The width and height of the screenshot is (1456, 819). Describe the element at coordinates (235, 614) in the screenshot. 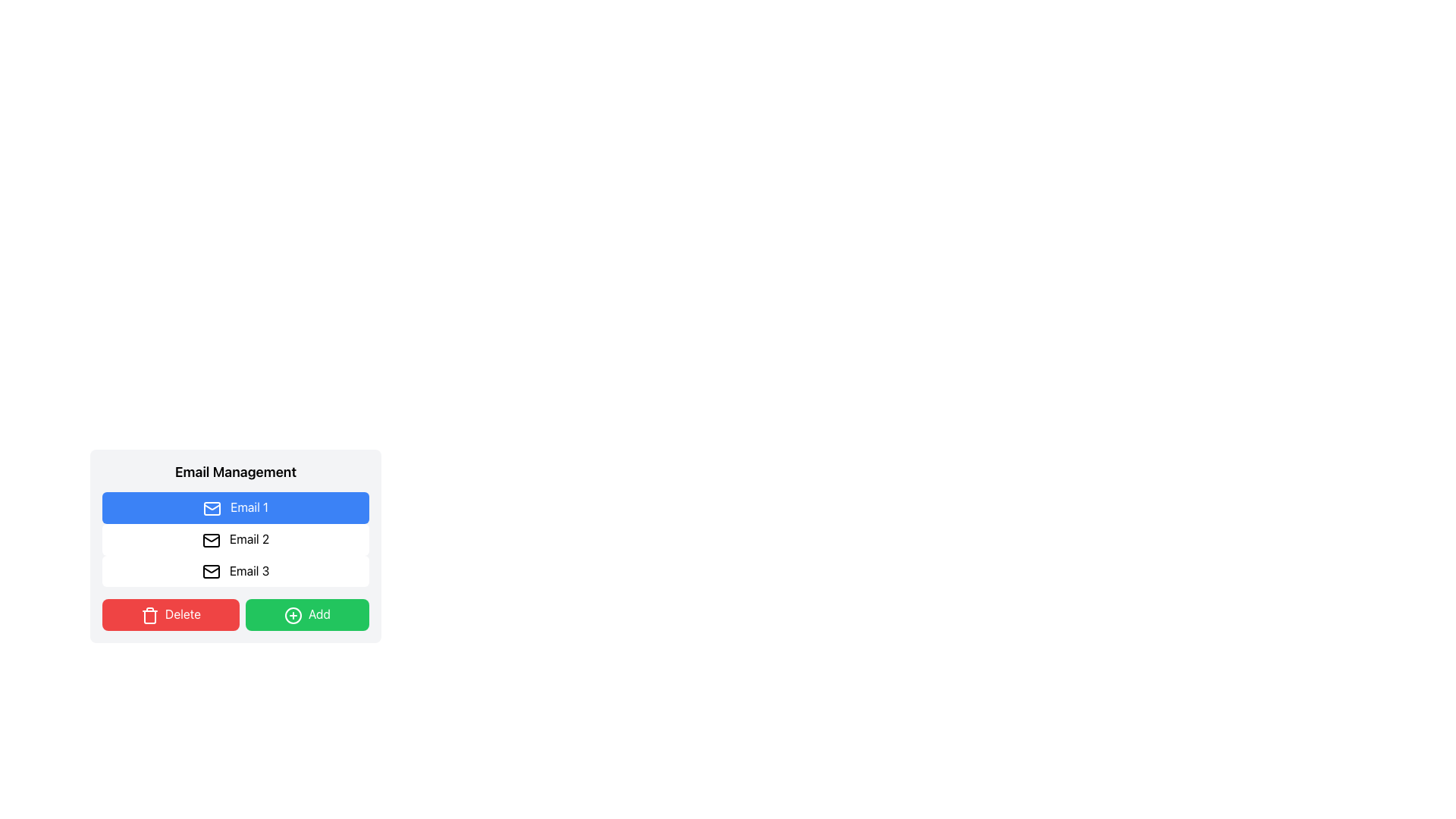

I see `the 'Add' button located in the bottommost Button Group of the 'Email Management' section` at that location.